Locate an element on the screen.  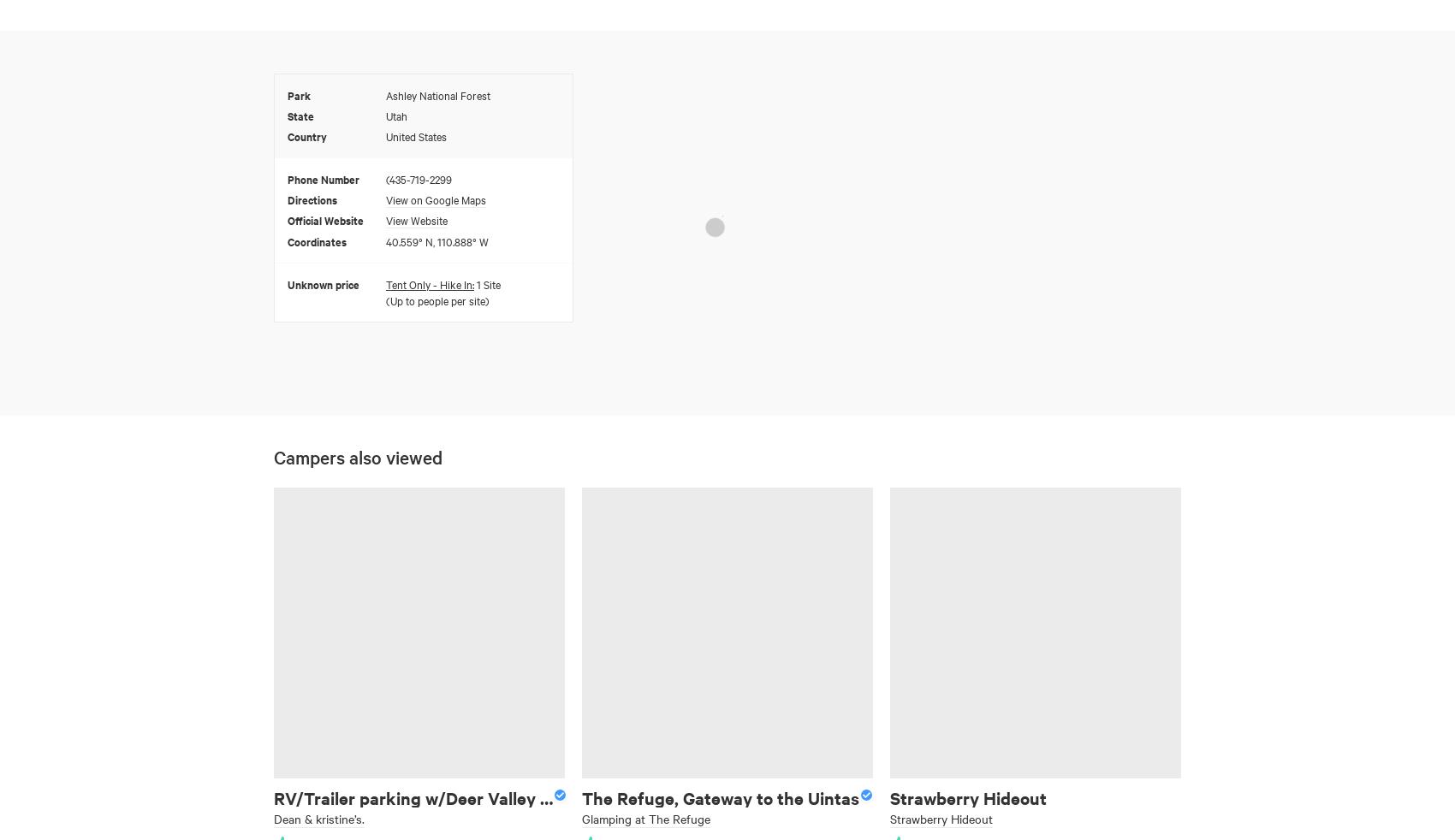
'Coordinates' is located at coordinates (316, 240).